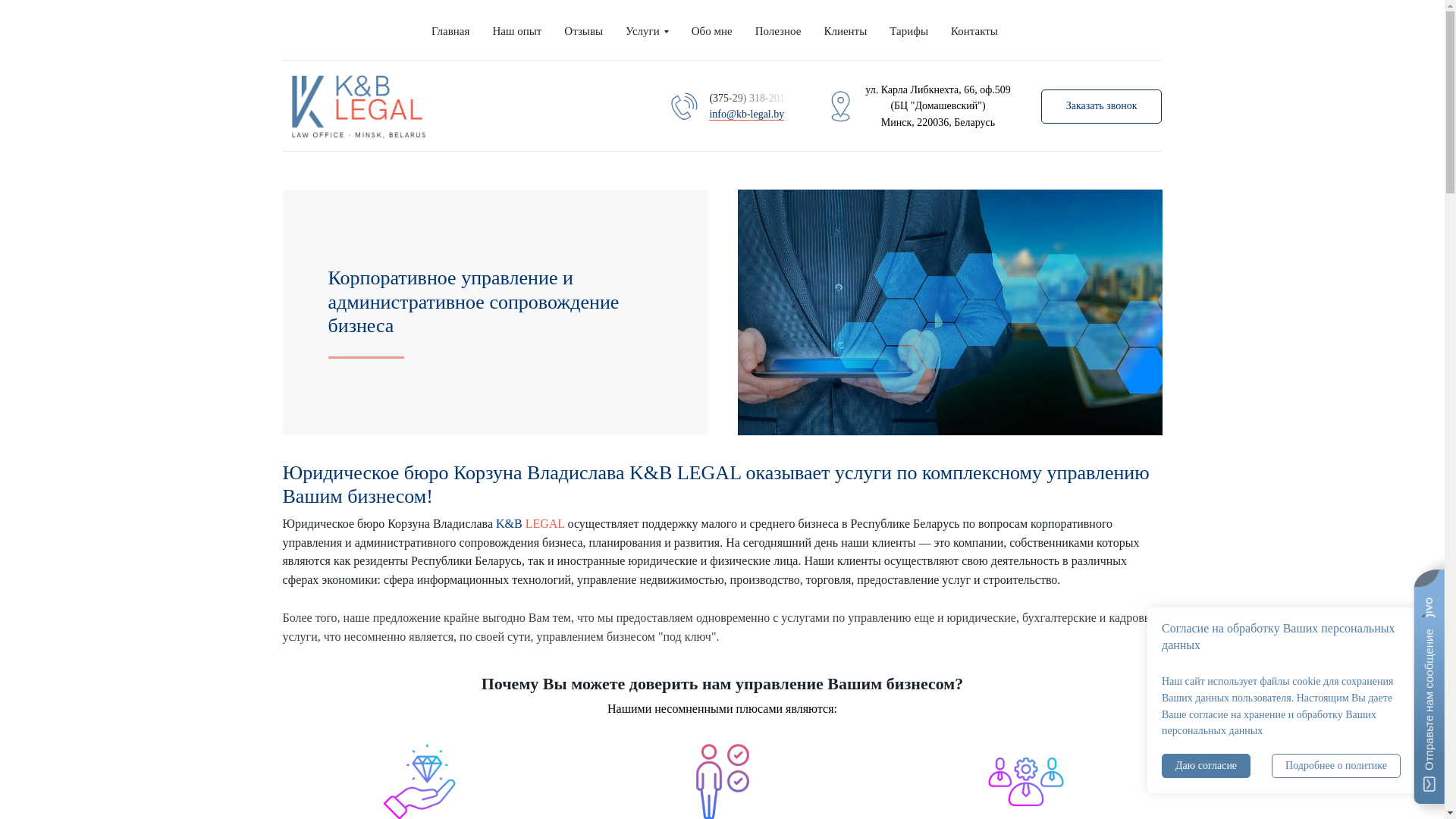 The height and width of the screenshot is (819, 1456). I want to click on '(375-29) 318-201-', so click(751, 98).